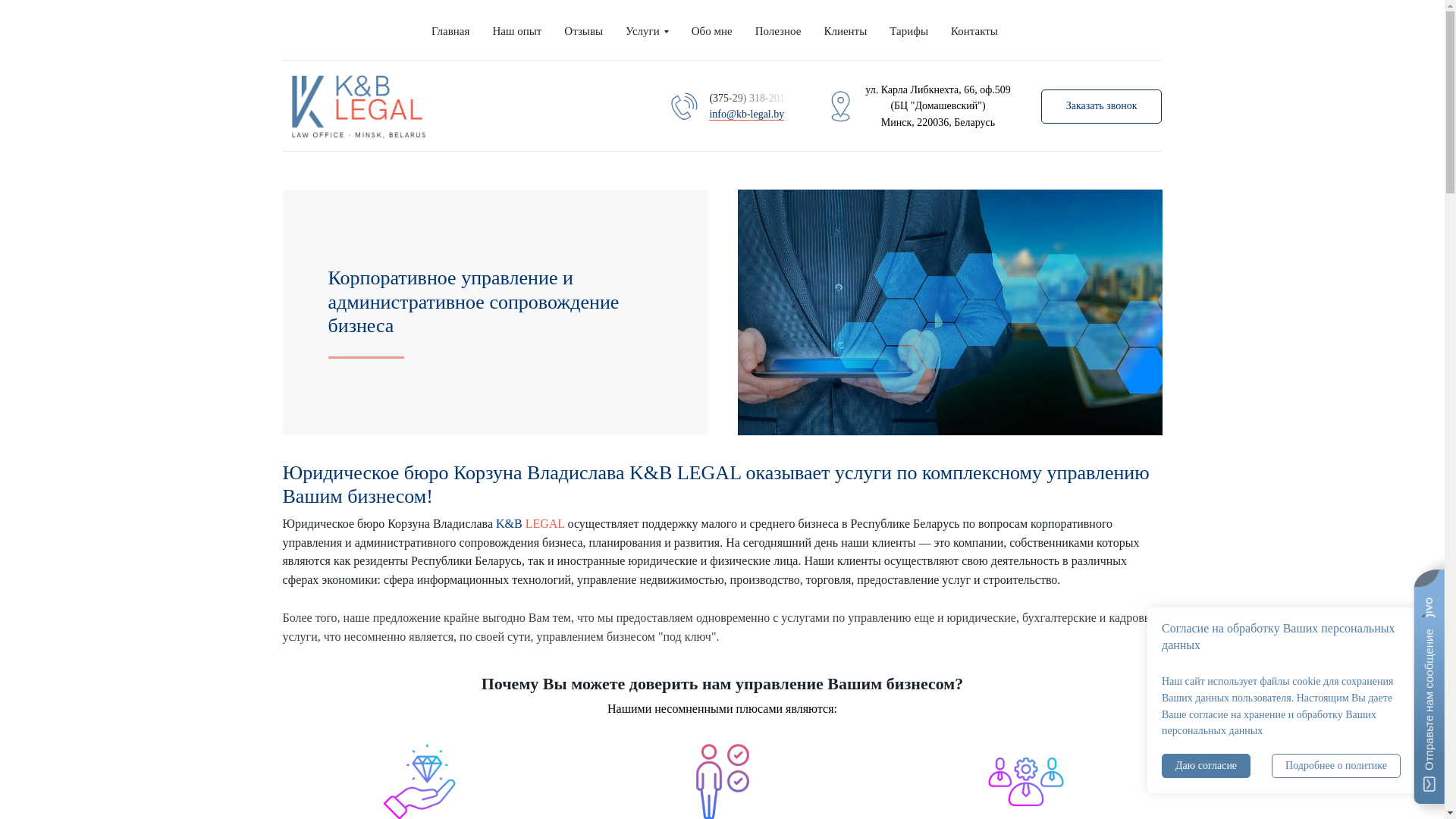 The height and width of the screenshot is (819, 1456). I want to click on '(375-29) 318-201-', so click(751, 98).